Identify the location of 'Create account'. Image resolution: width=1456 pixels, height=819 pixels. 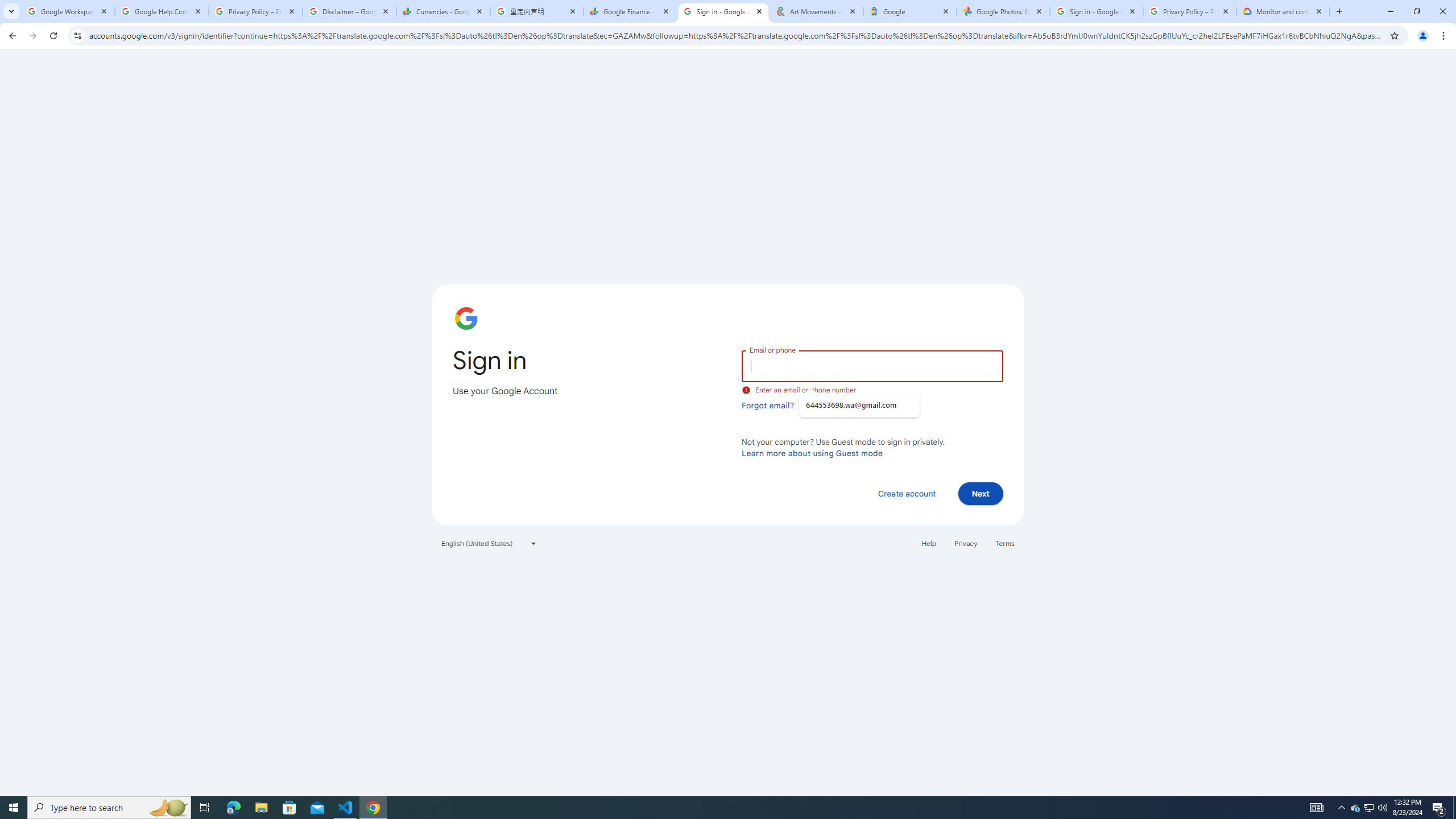
(906, 493).